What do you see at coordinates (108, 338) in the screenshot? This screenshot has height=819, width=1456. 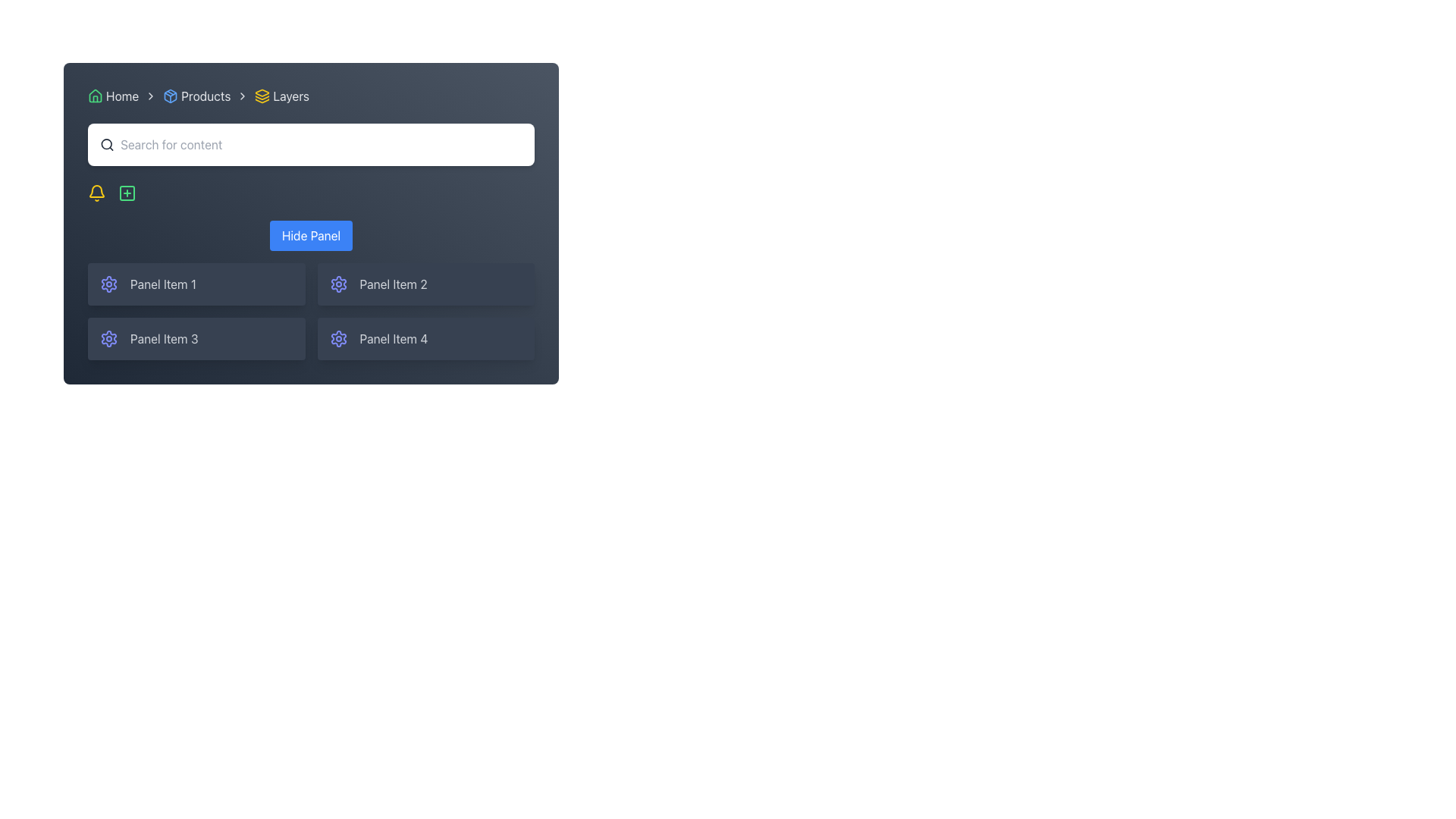 I see `the indigo gear icon located in the top-left corner of the 'Panel Item 3'` at bounding box center [108, 338].